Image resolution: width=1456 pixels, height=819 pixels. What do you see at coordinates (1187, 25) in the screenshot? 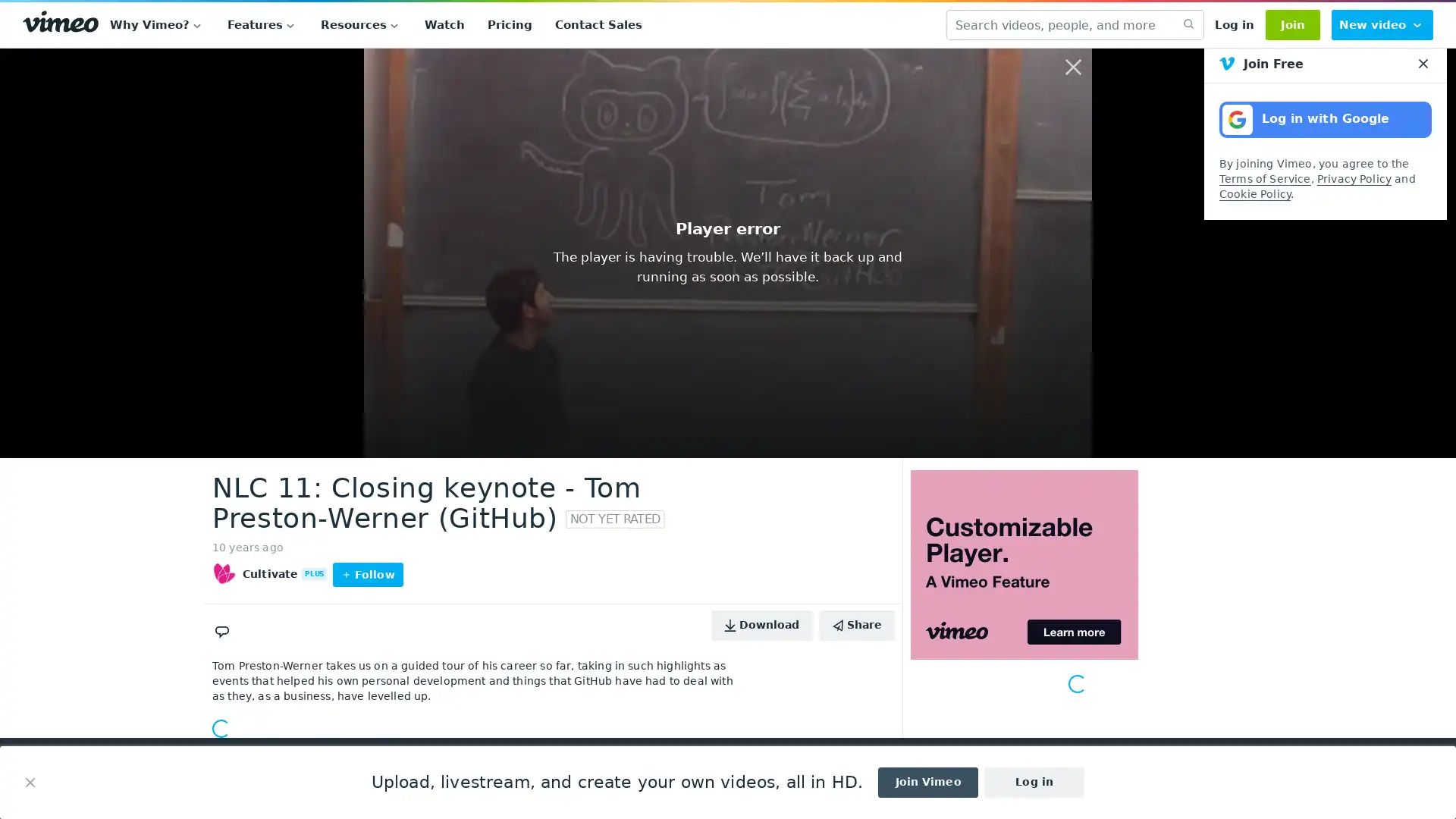
I see `submit` at bounding box center [1187, 25].